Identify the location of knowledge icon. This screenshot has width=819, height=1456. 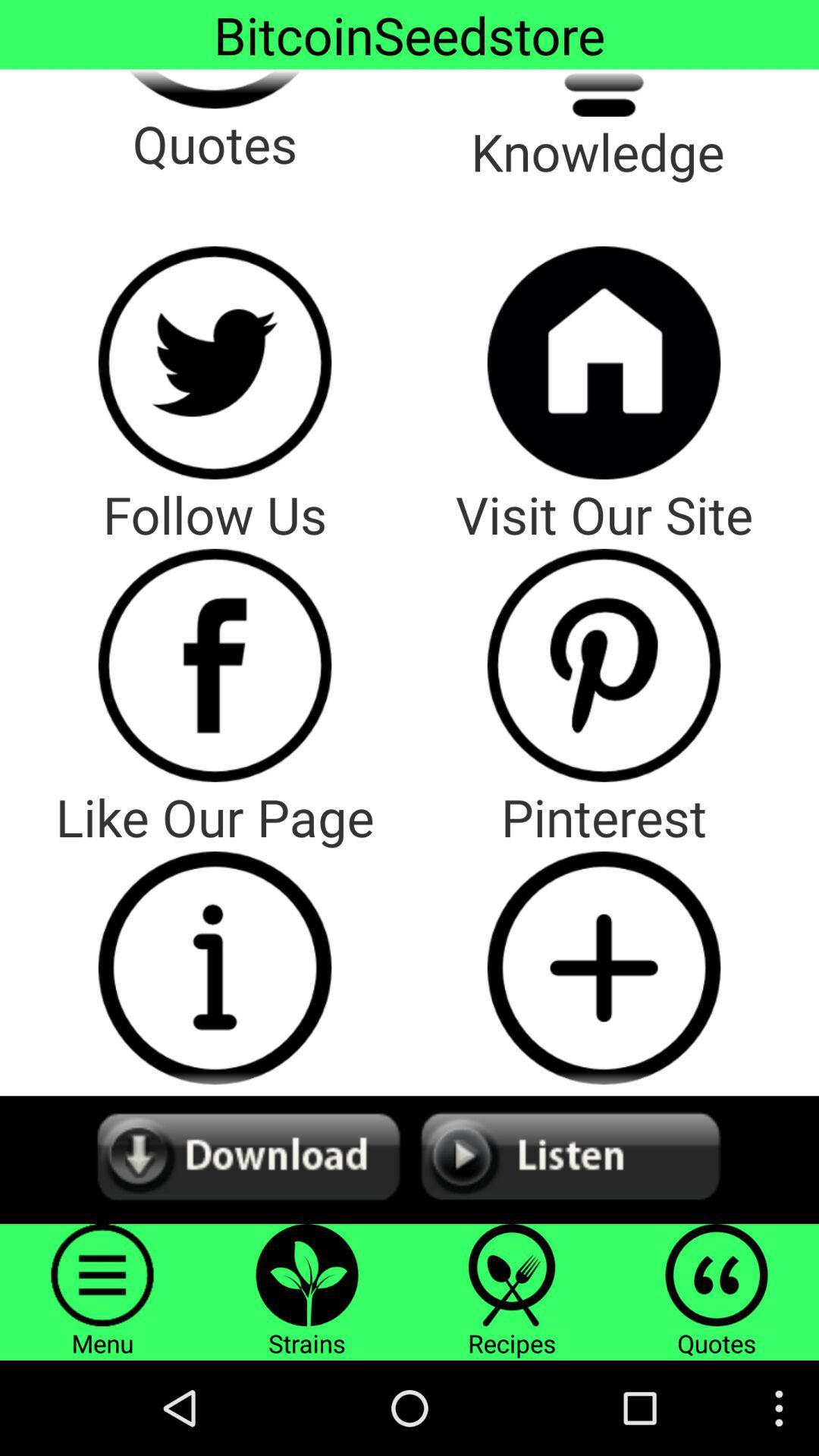
(603, 92).